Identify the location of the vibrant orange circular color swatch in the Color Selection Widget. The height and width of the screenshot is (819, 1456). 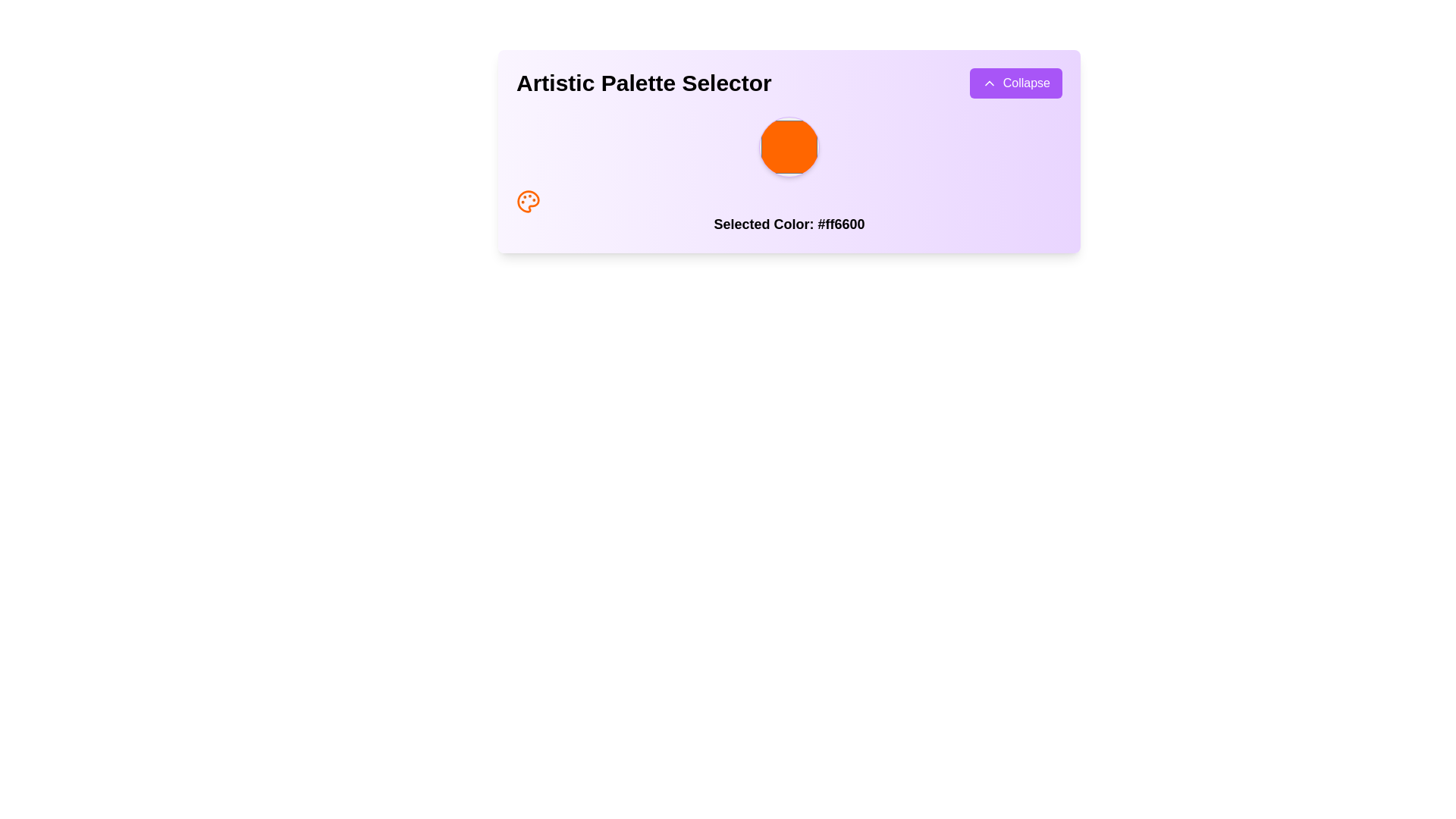
(789, 146).